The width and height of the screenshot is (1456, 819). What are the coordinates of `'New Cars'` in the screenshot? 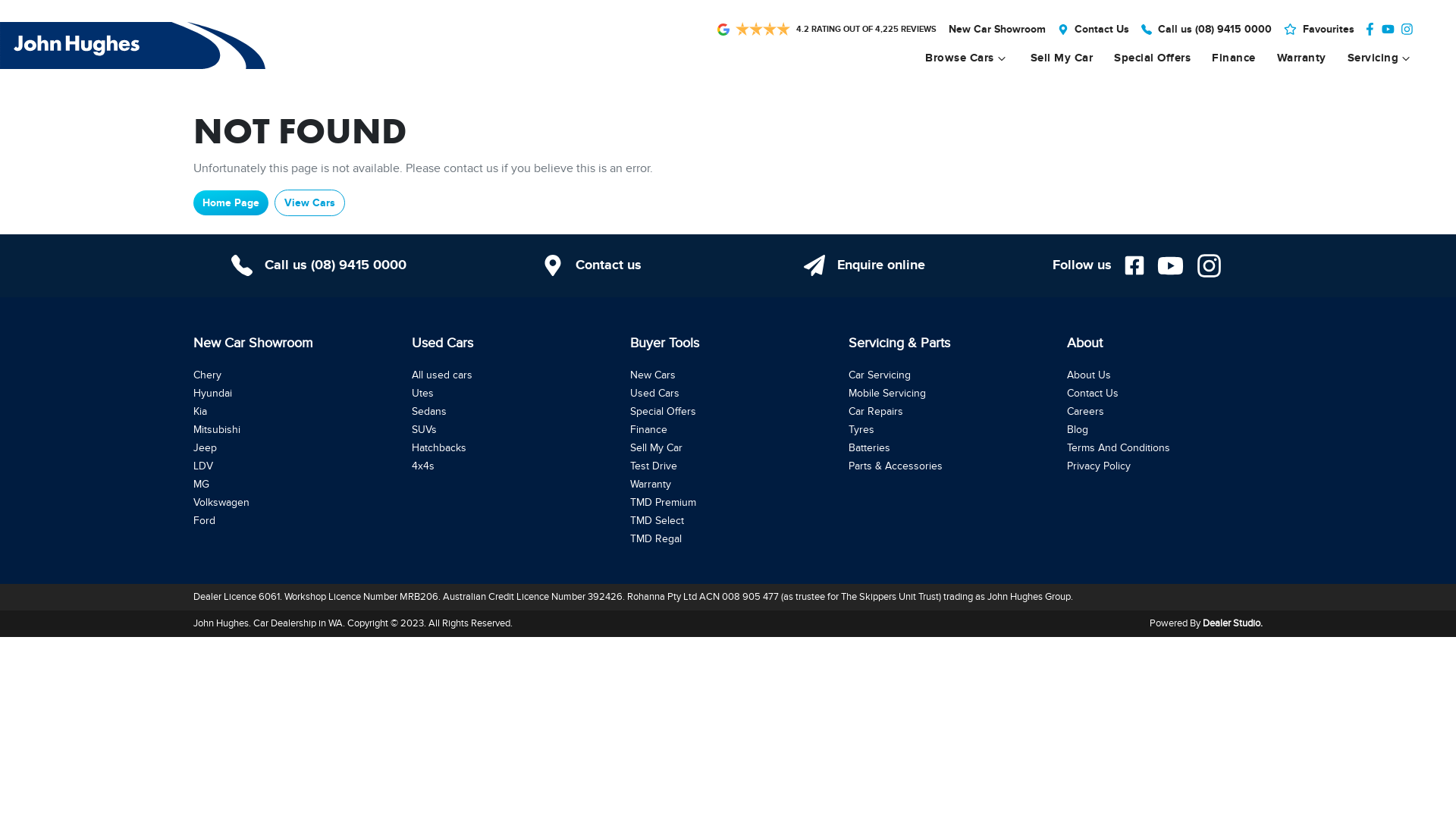 It's located at (629, 375).